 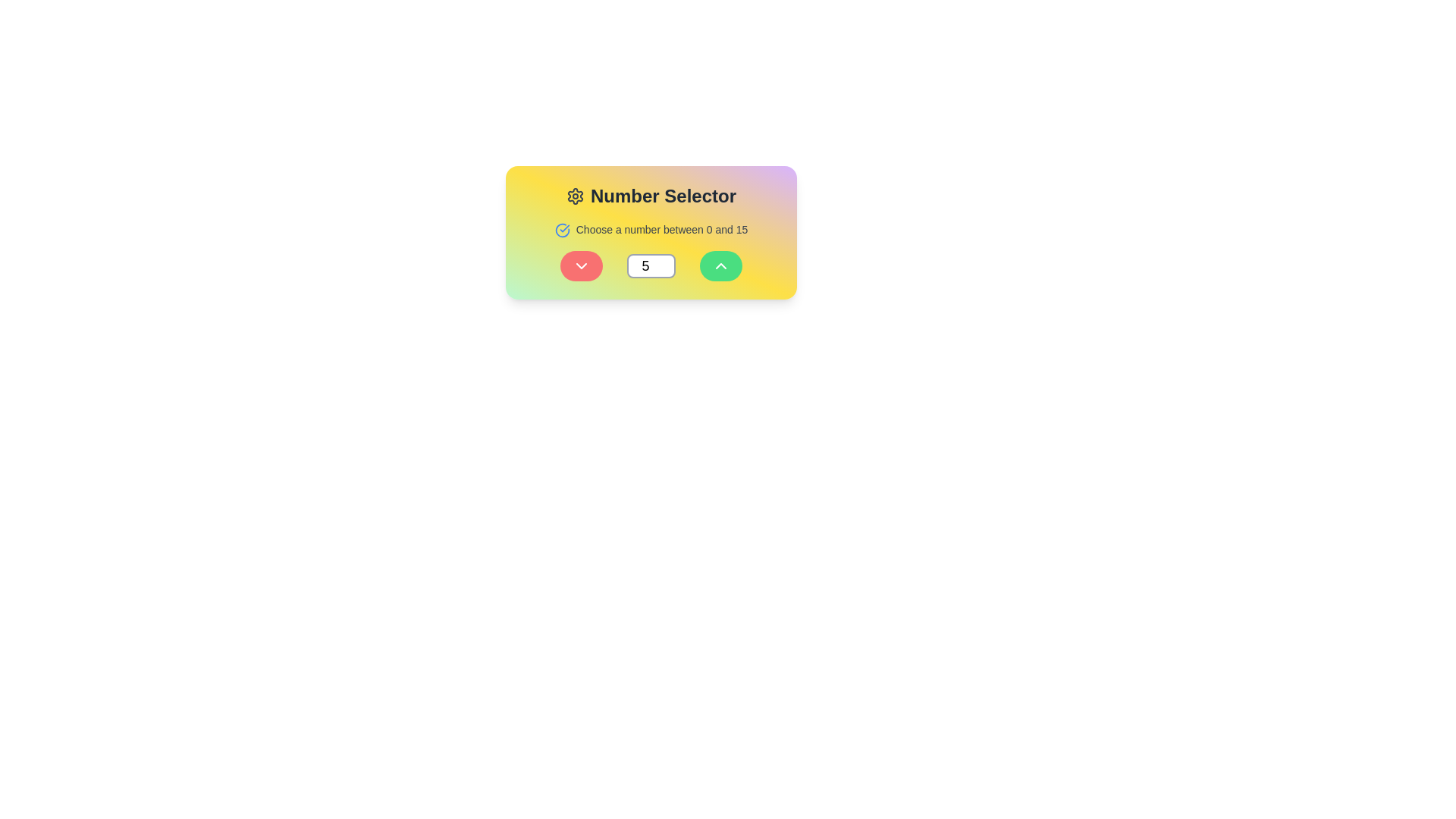 What do you see at coordinates (574, 195) in the screenshot?
I see `the gear/settings icon located in the top-left corner of the 'Number Selector' interface, which features a circular center and gear-like teeth` at bounding box center [574, 195].